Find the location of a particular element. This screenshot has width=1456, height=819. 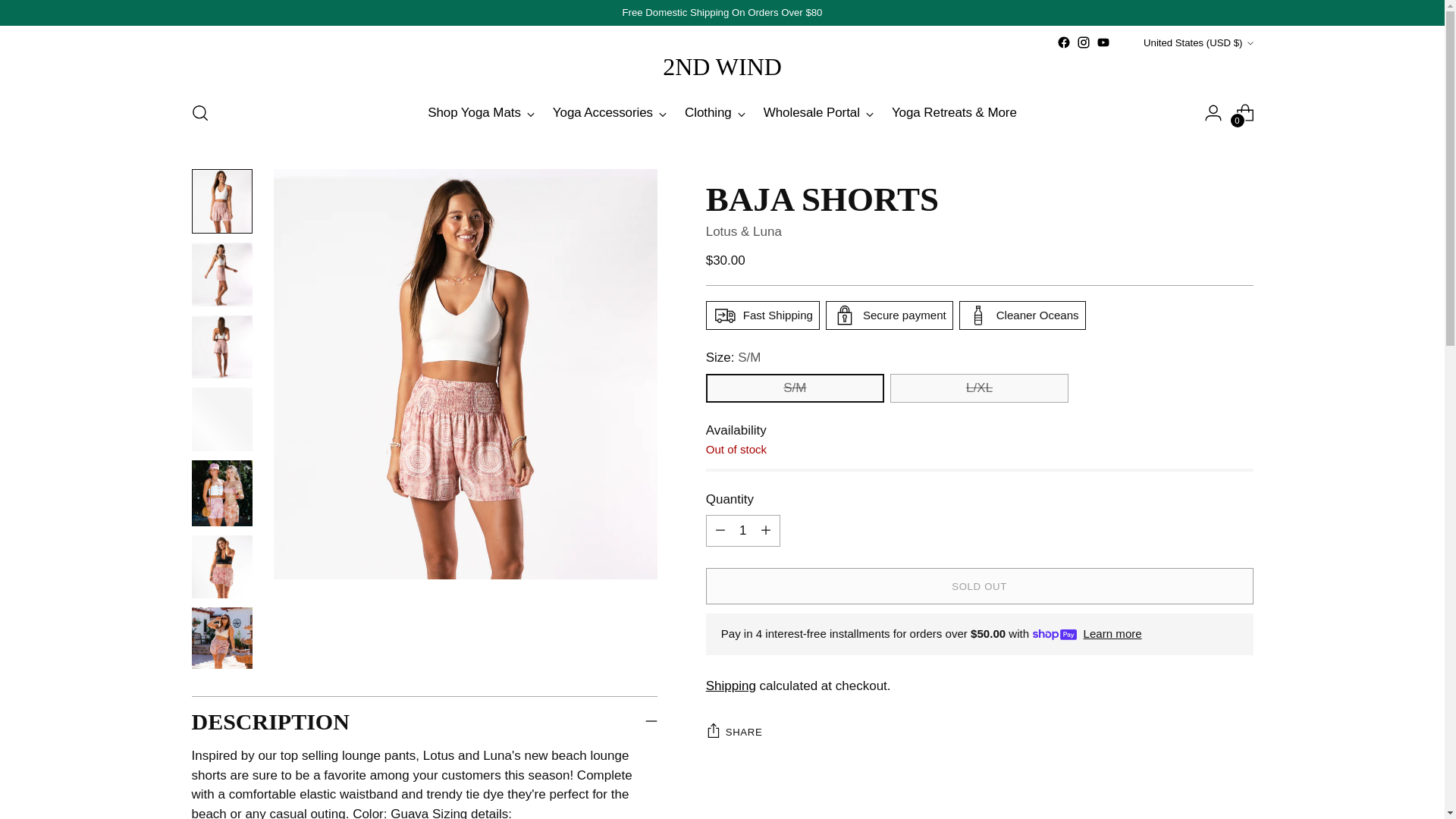

'Yoga Retreats & More' is located at coordinates (953, 112).